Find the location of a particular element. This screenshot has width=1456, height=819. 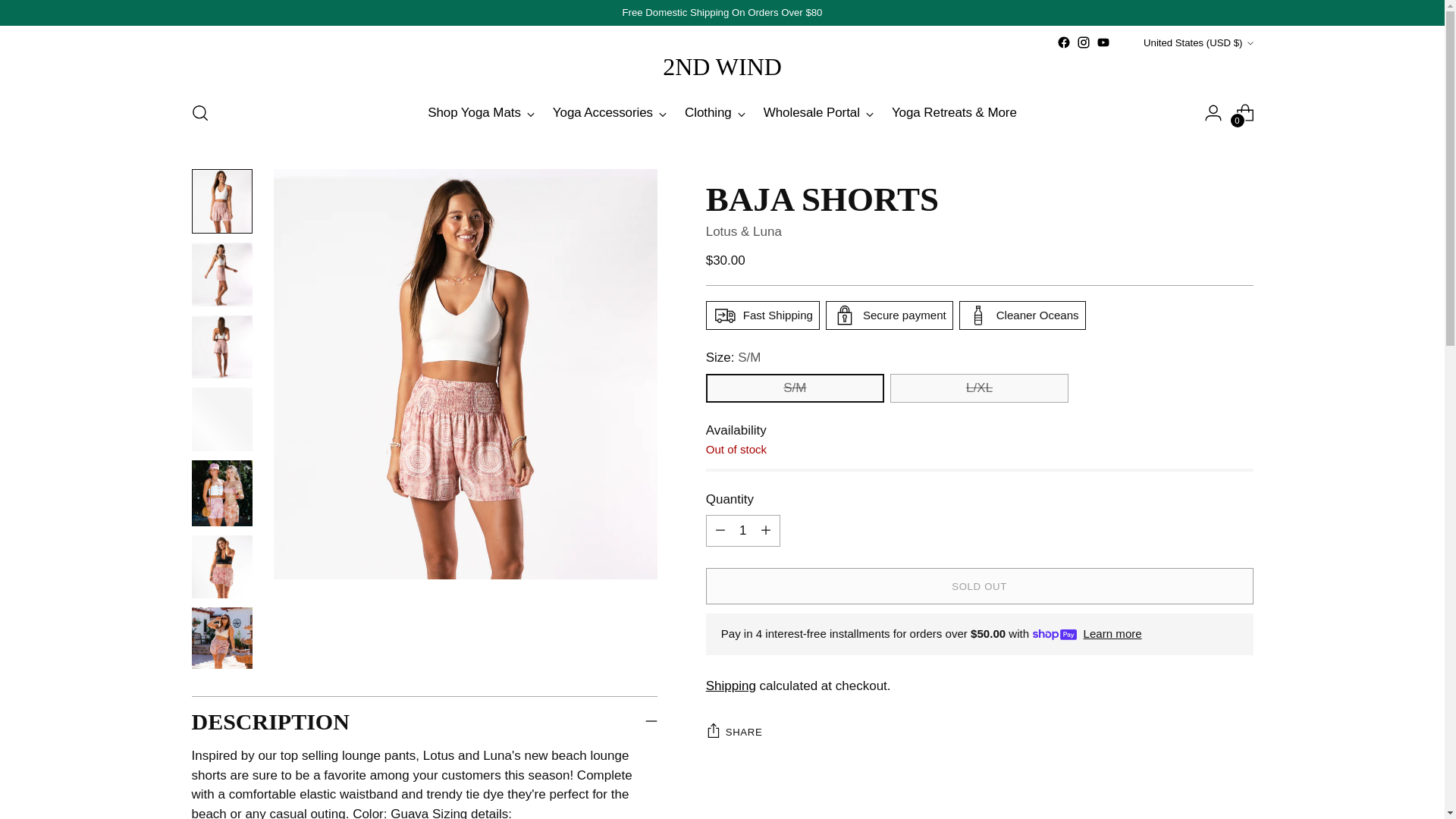

'Yoga Retreats & More' is located at coordinates (953, 112).